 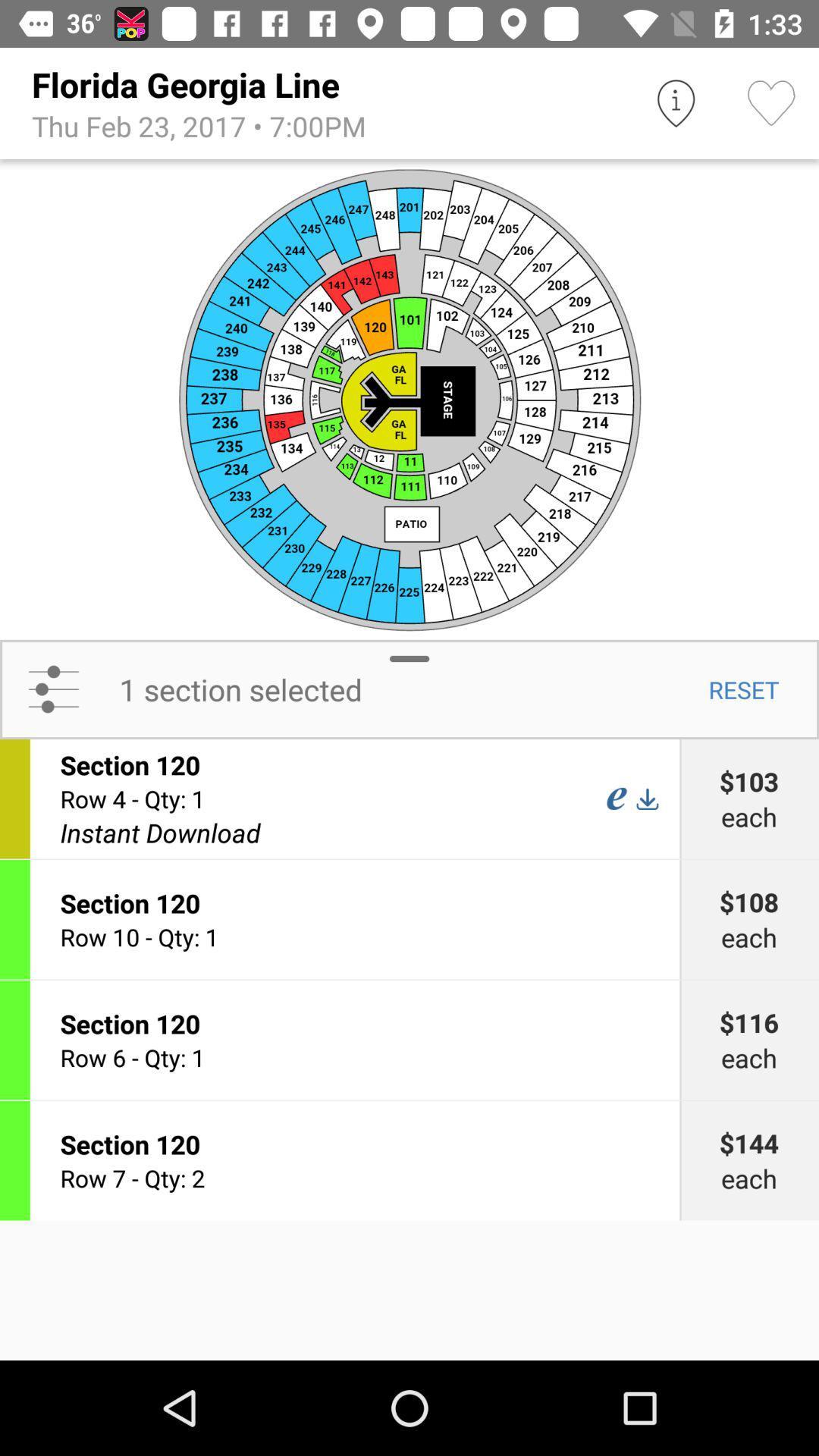 I want to click on icon next to the thu feb 23 item, so click(x=675, y=102).